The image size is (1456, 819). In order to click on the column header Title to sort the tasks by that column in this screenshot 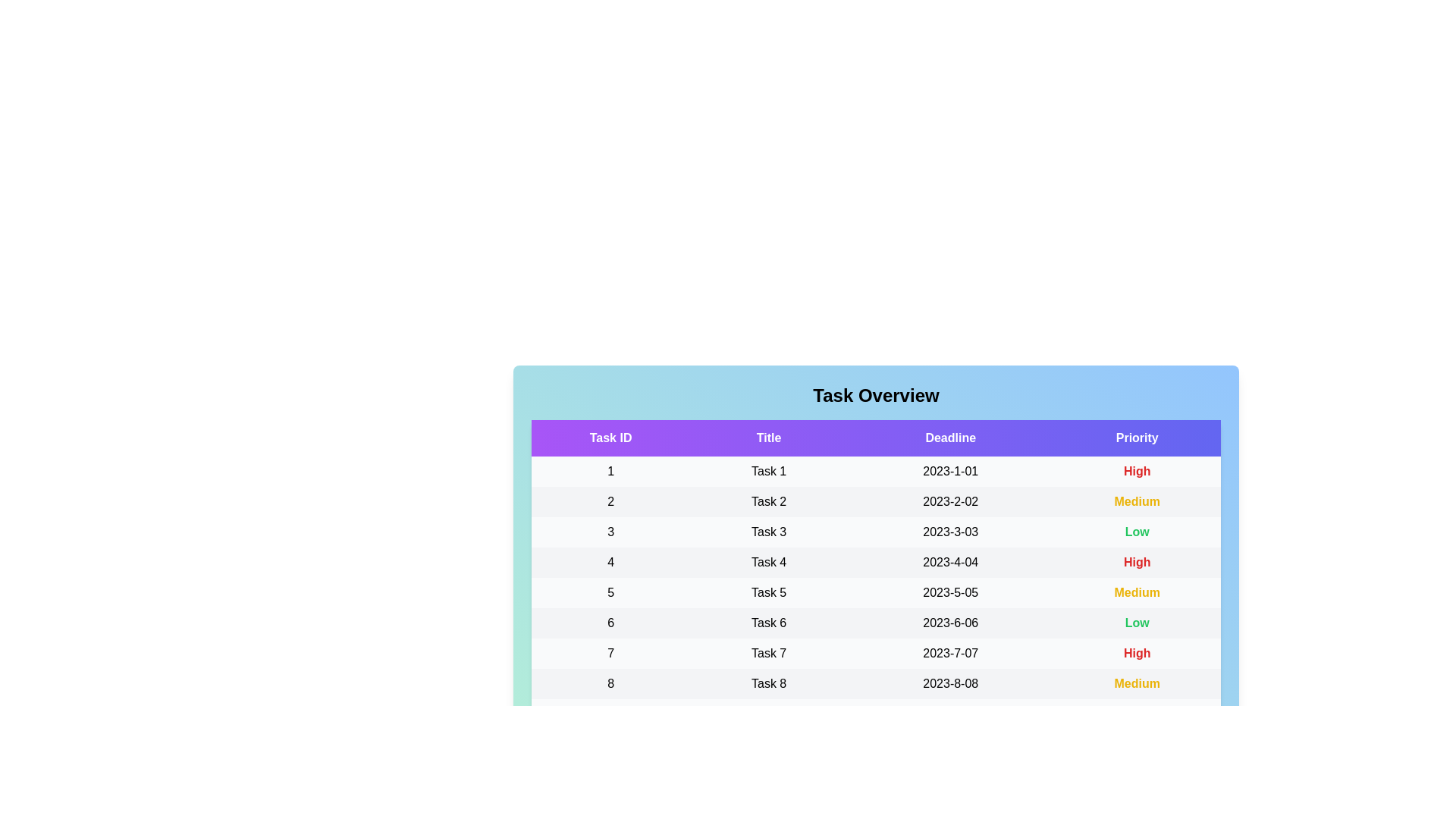, I will do `click(769, 438)`.